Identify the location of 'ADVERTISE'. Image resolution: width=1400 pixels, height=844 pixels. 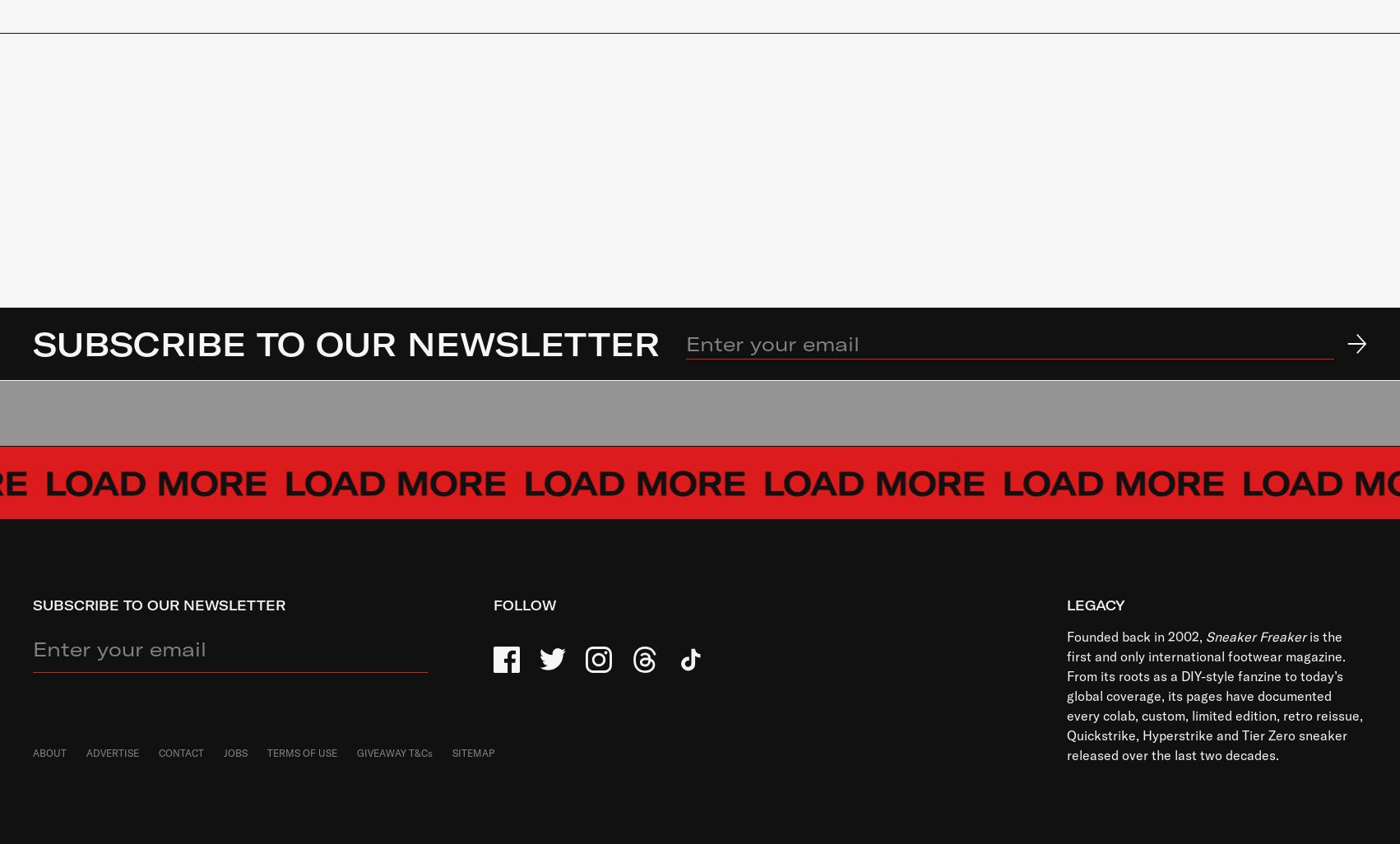
(113, 752).